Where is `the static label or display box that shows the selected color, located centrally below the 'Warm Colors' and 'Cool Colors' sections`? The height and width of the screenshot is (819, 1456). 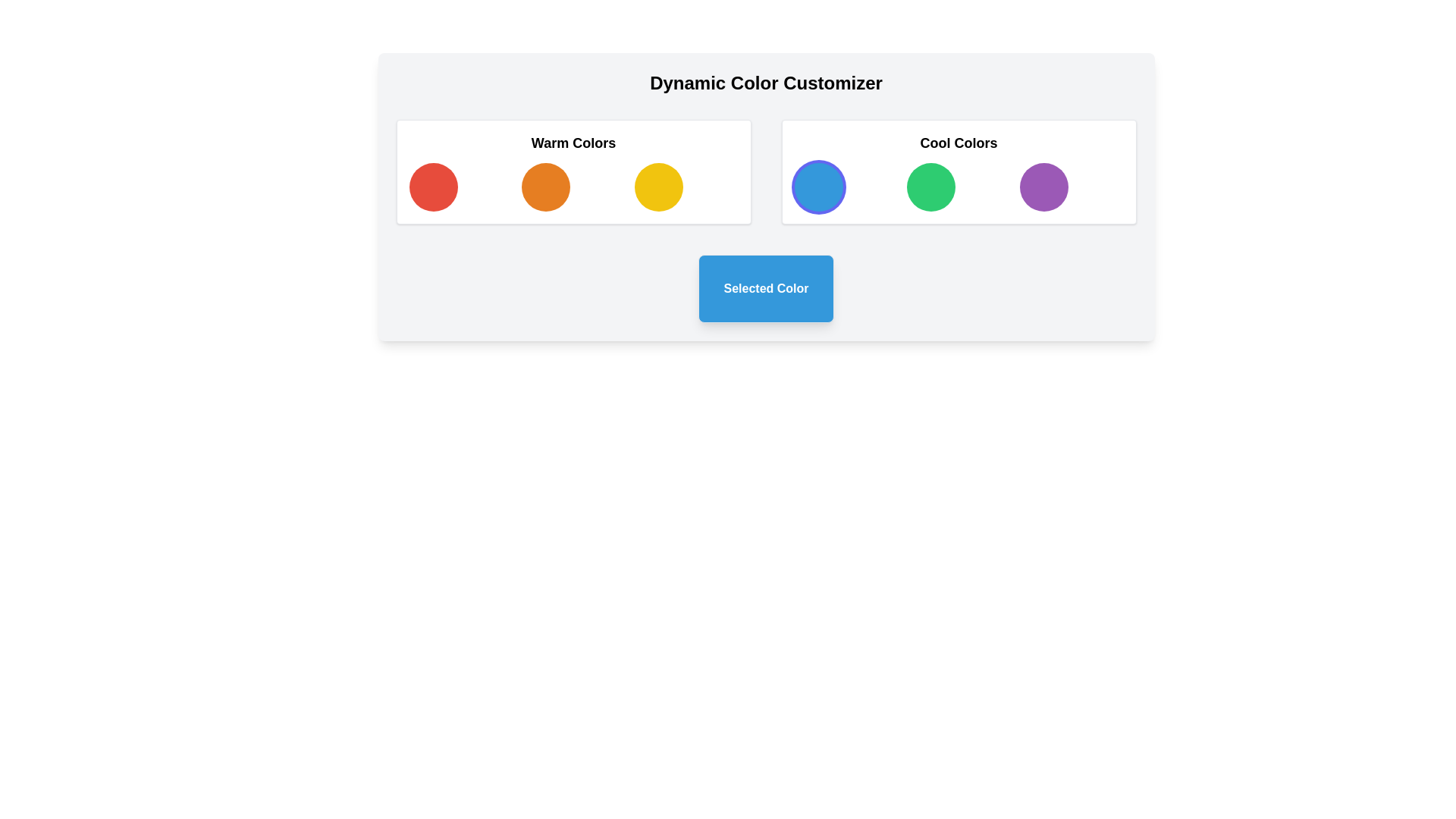
the static label or display box that shows the selected color, located centrally below the 'Warm Colors' and 'Cool Colors' sections is located at coordinates (766, 289).